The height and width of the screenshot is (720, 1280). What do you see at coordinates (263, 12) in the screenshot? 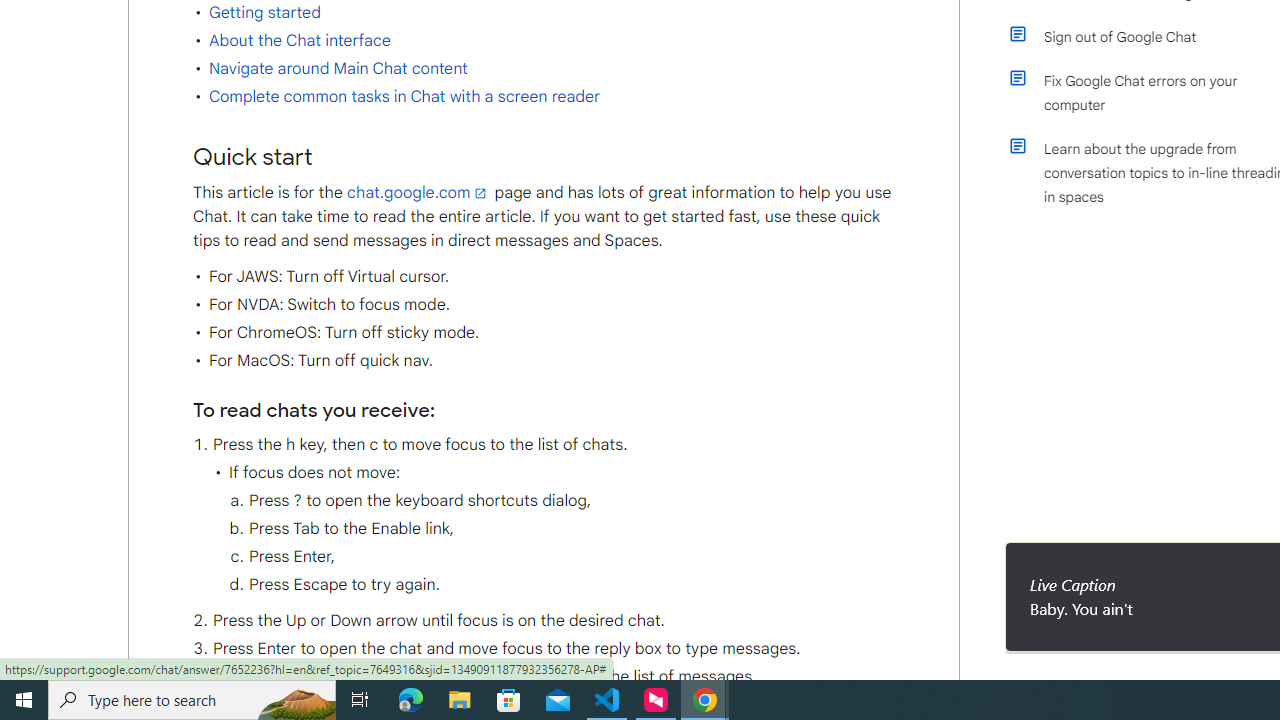
I see `'Getting started'` at bounding box center [263, 12].